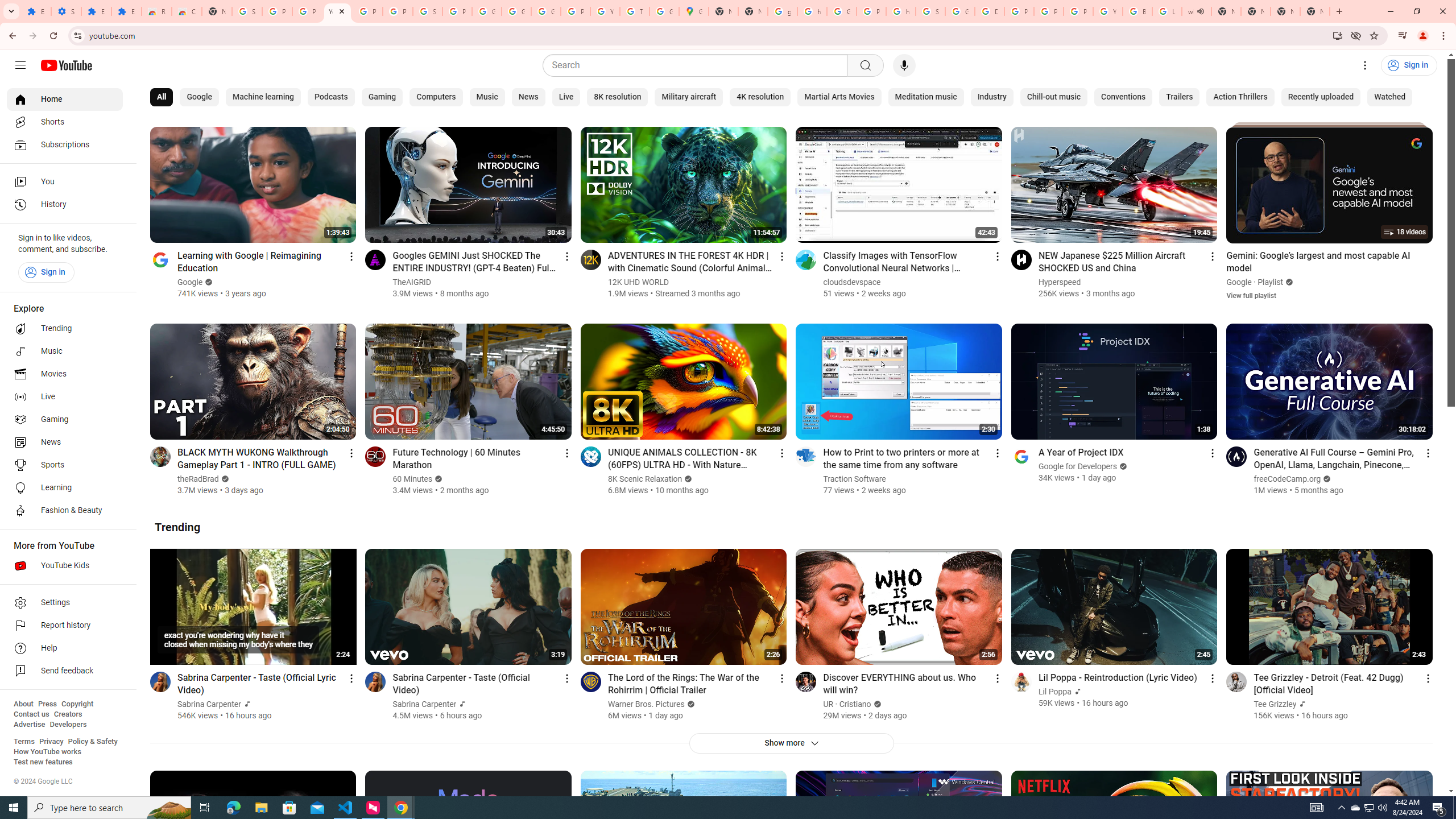 The height and width of the screenshot is (819, 1456). I want to click on 'Music', so click(487, 97).